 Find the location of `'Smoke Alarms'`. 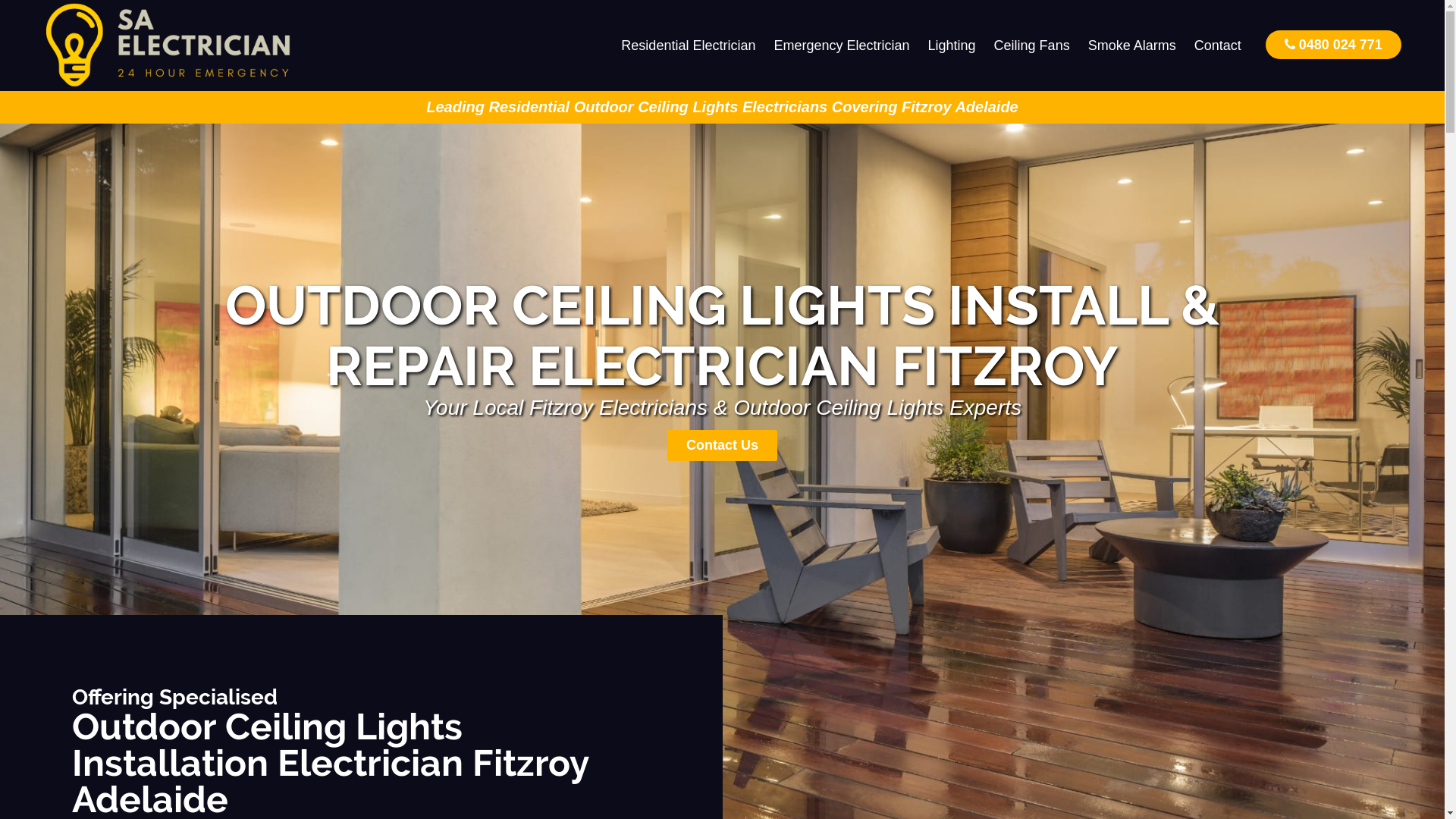

'Smoke Alarms' is located at coordinates (1131, 45).